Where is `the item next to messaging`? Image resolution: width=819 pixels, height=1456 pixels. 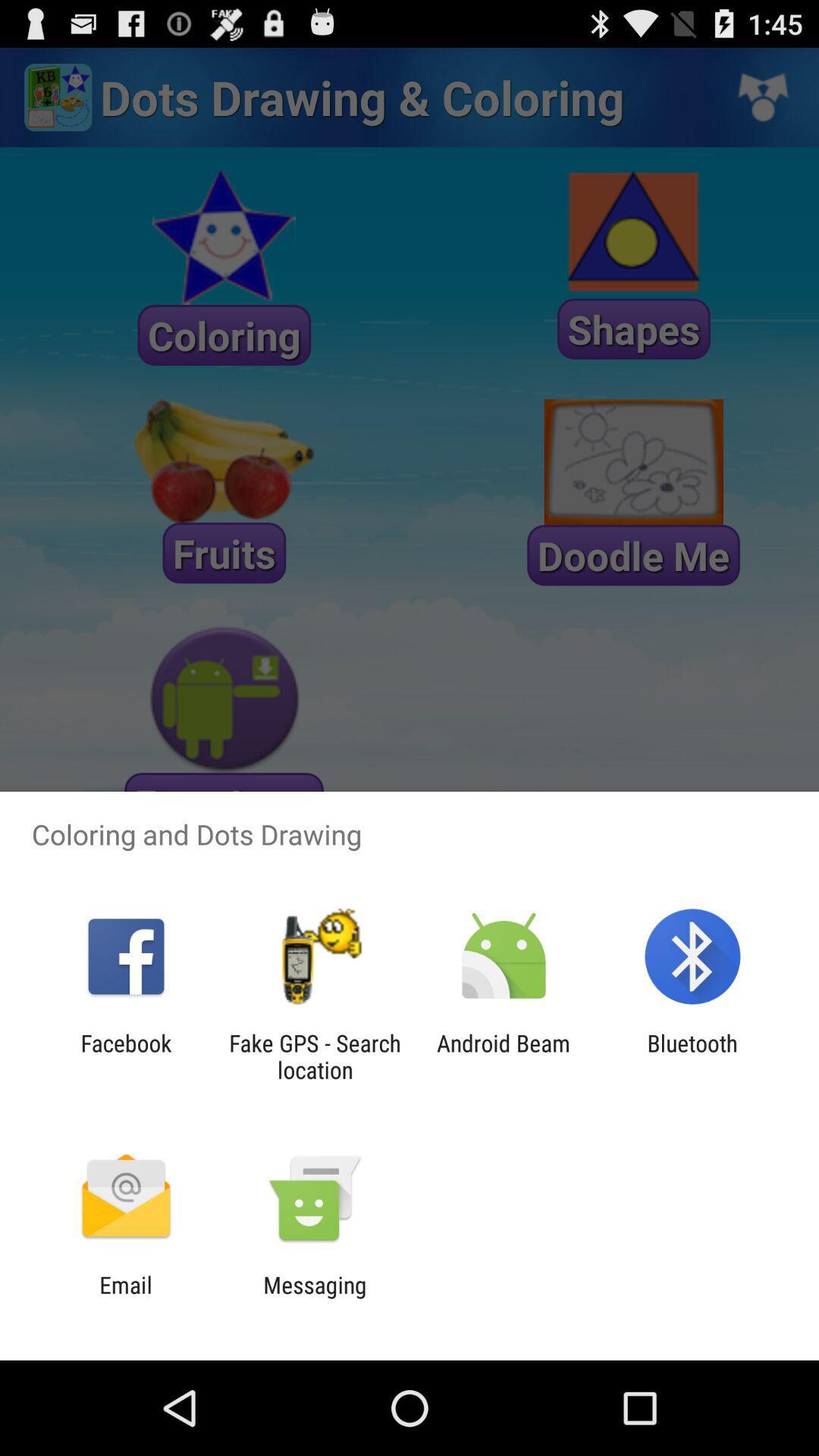 the item next to messaging is located at coordinates (125, 1298).